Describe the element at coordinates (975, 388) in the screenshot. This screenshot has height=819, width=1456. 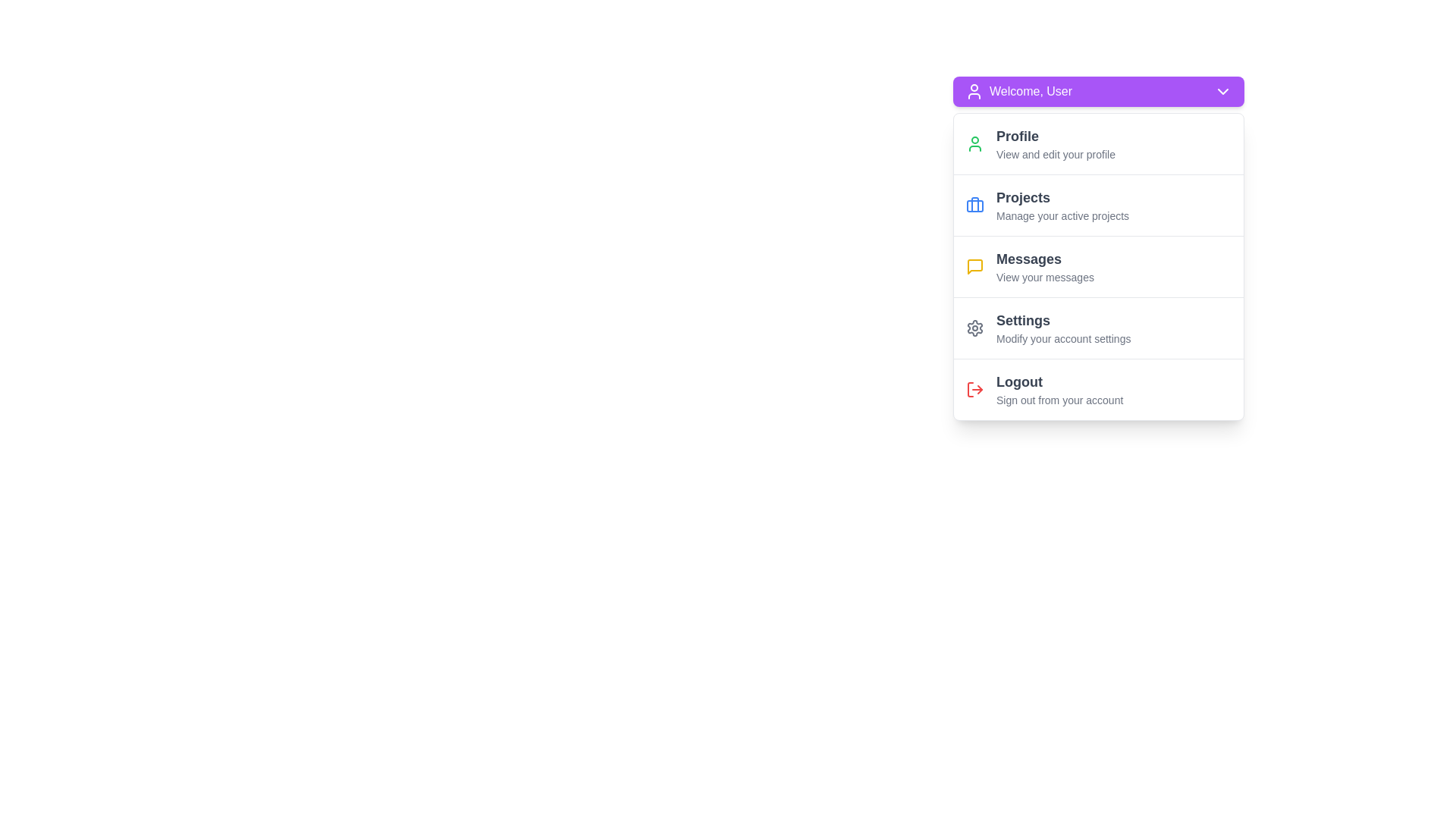
I see `the red logout icon represented by a right-pointing arrow, which is located at the bottom of the dropdown menu, to the left of the 'Logout' label` at that location.